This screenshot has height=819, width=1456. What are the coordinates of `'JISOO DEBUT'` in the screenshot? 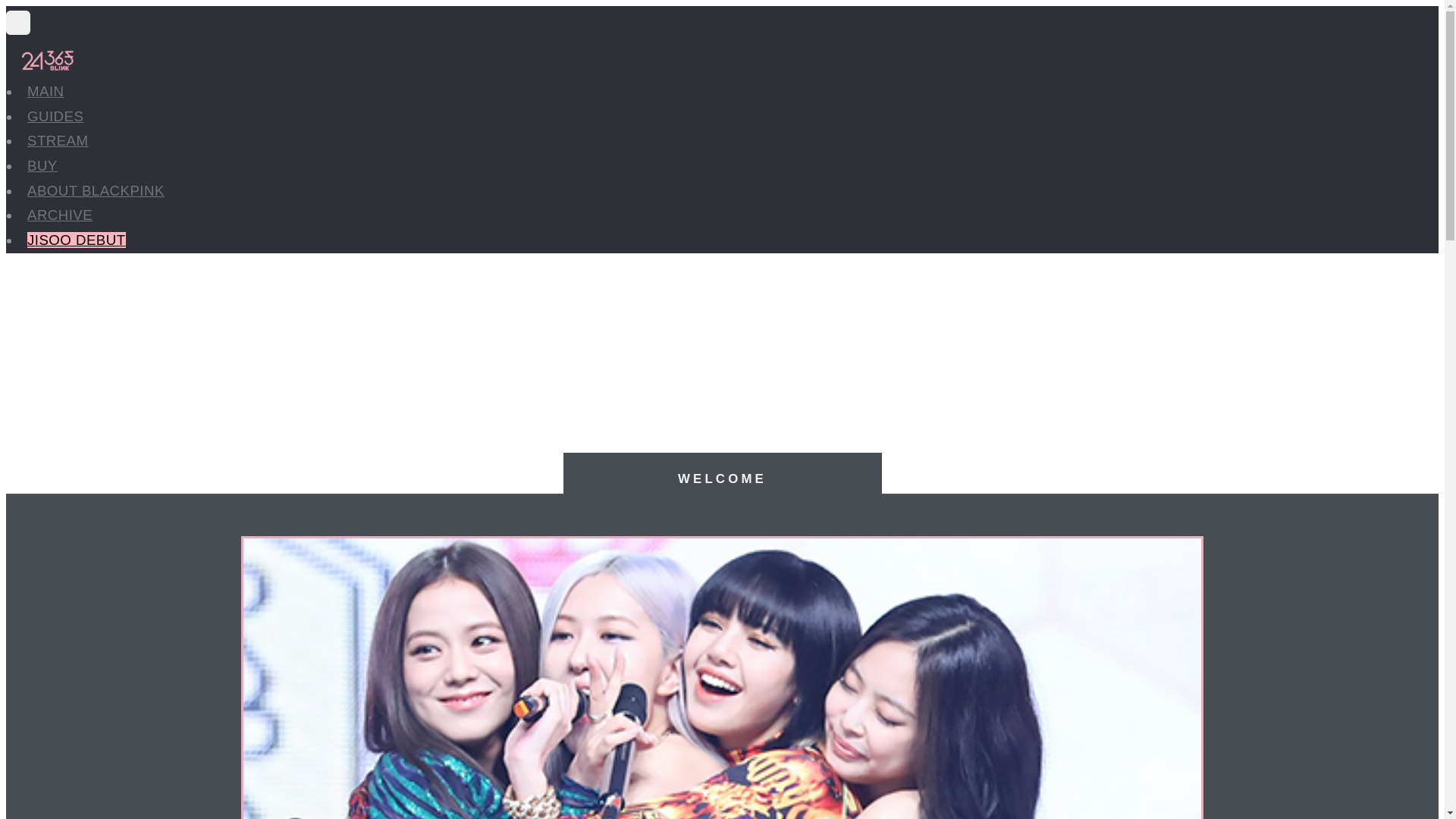 It's located at (27, 239).